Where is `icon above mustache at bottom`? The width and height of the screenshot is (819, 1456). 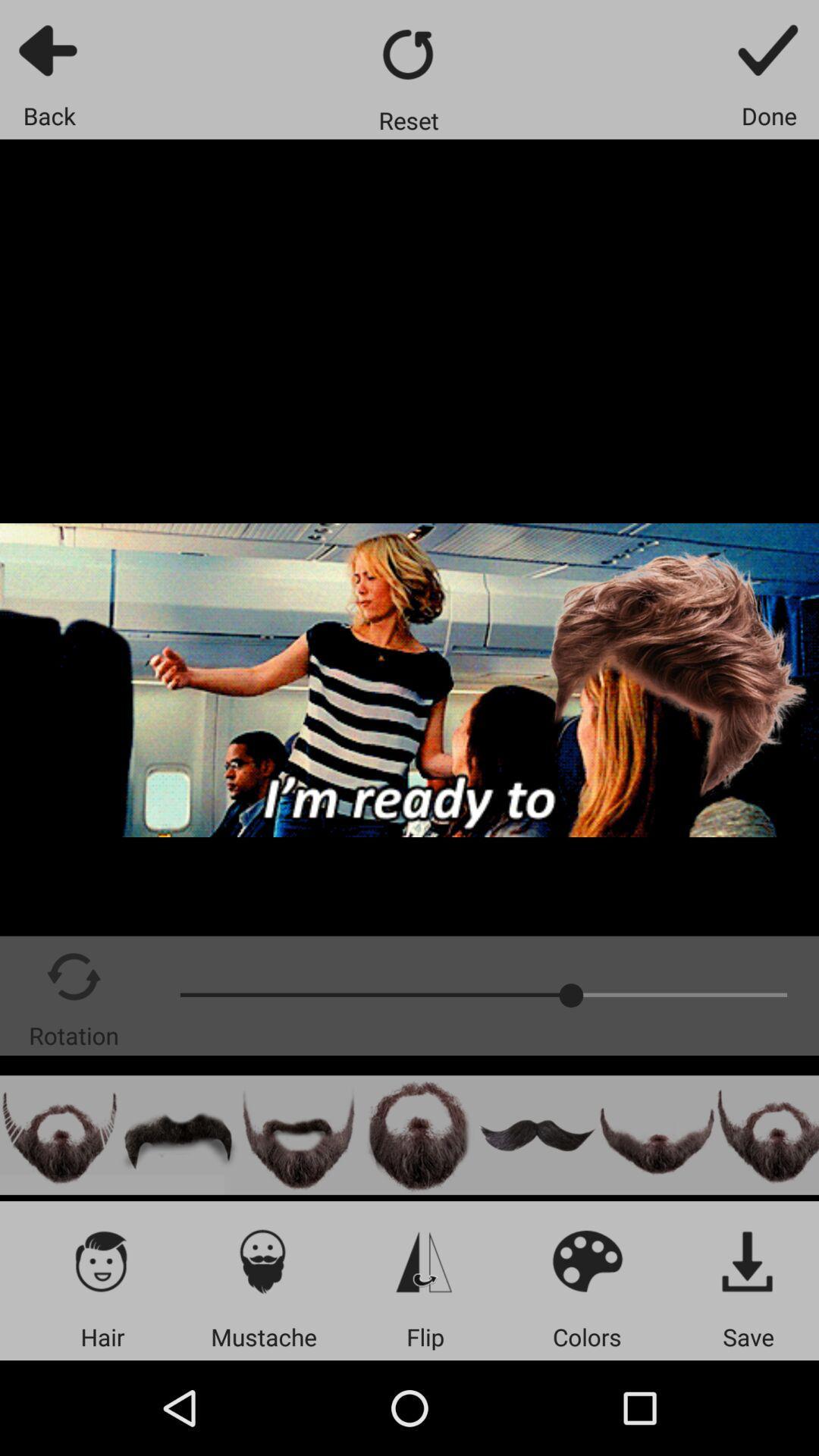 icon above mustache at bottom is located at coordinates (262, 1260).